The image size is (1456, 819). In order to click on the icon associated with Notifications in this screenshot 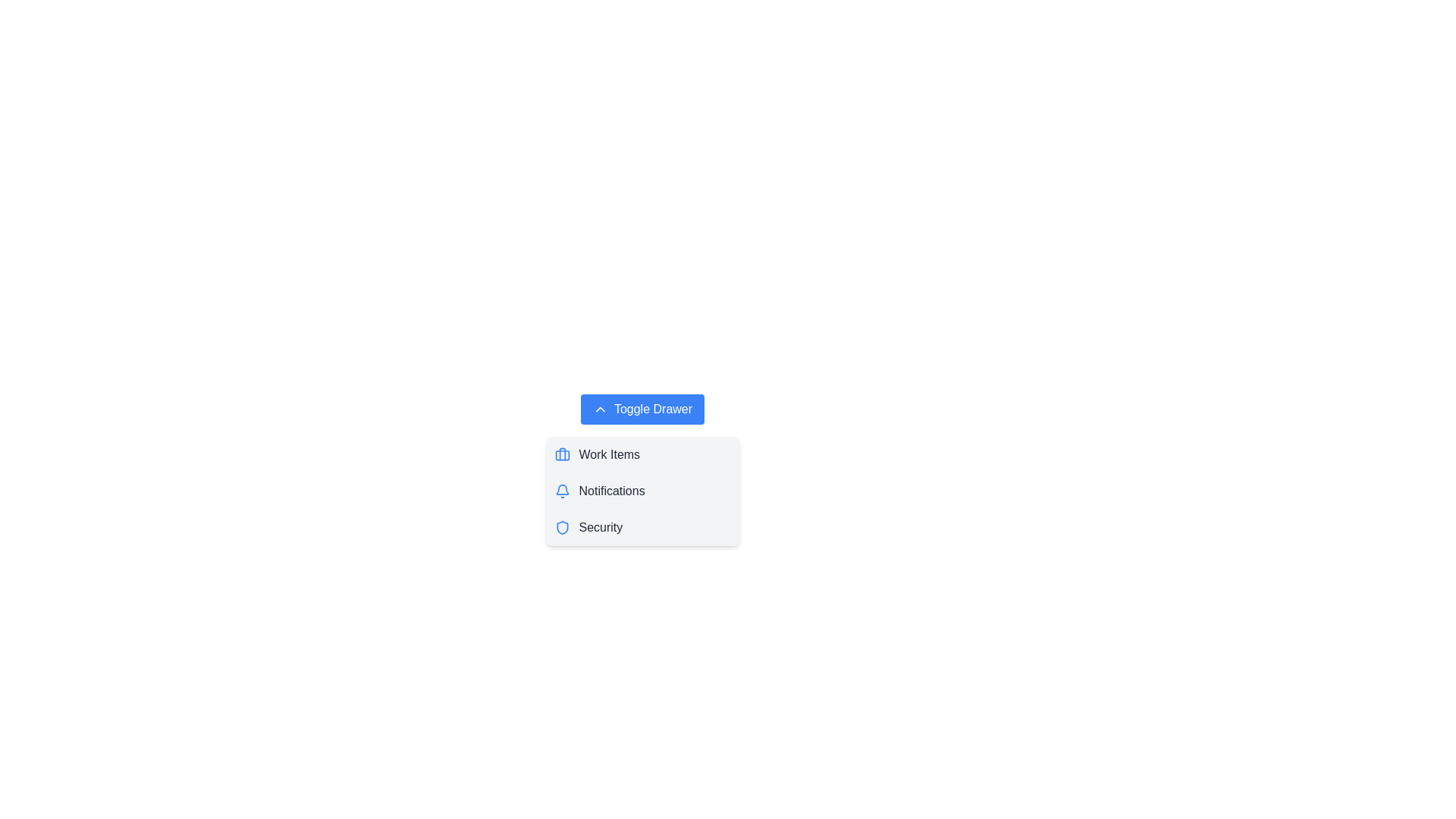, I will do `click(561, 491)`.